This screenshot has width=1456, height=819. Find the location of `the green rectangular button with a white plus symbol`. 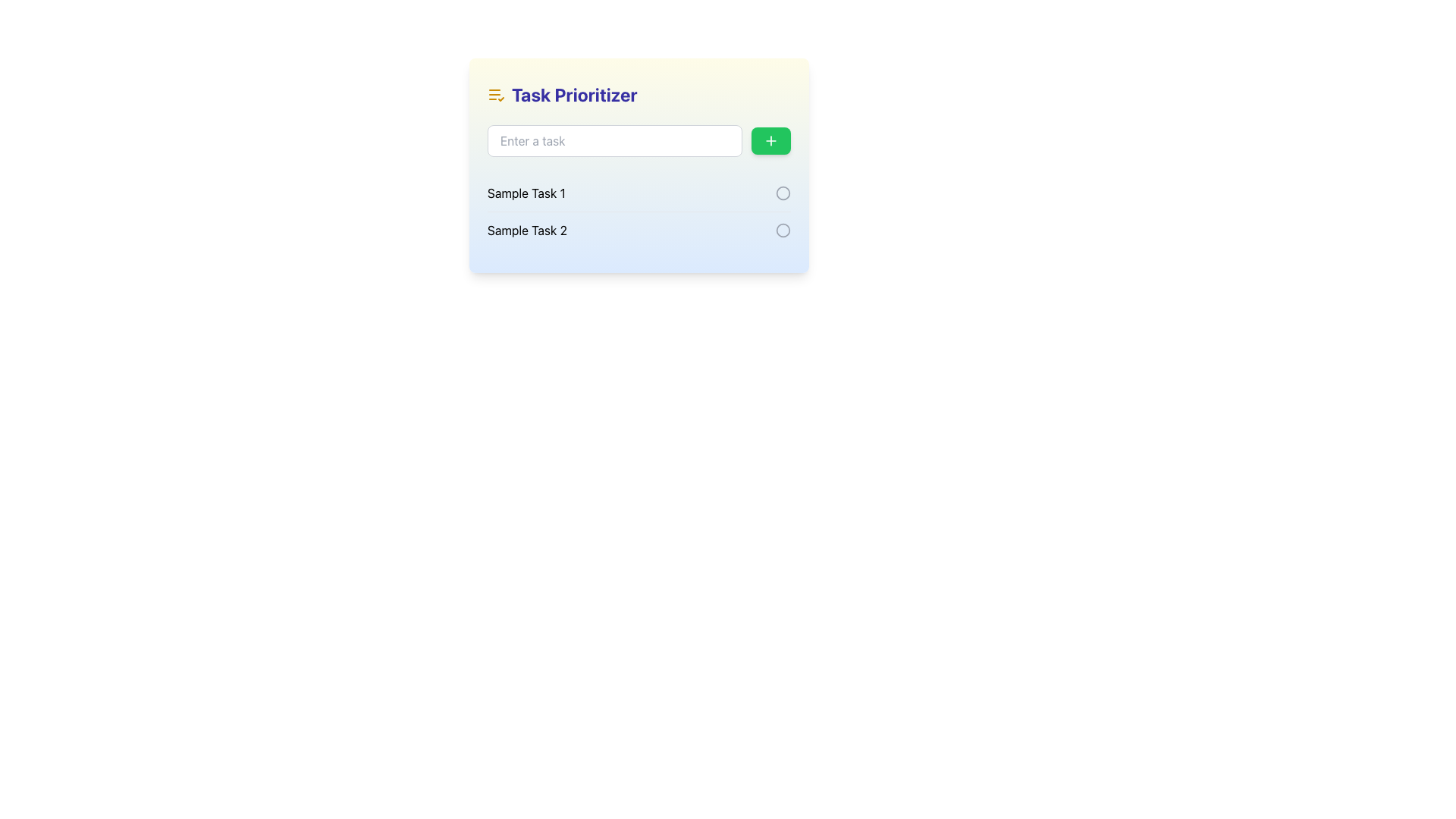

the green rectangular button with a white plus symbol is located at coordinates (771, 140).